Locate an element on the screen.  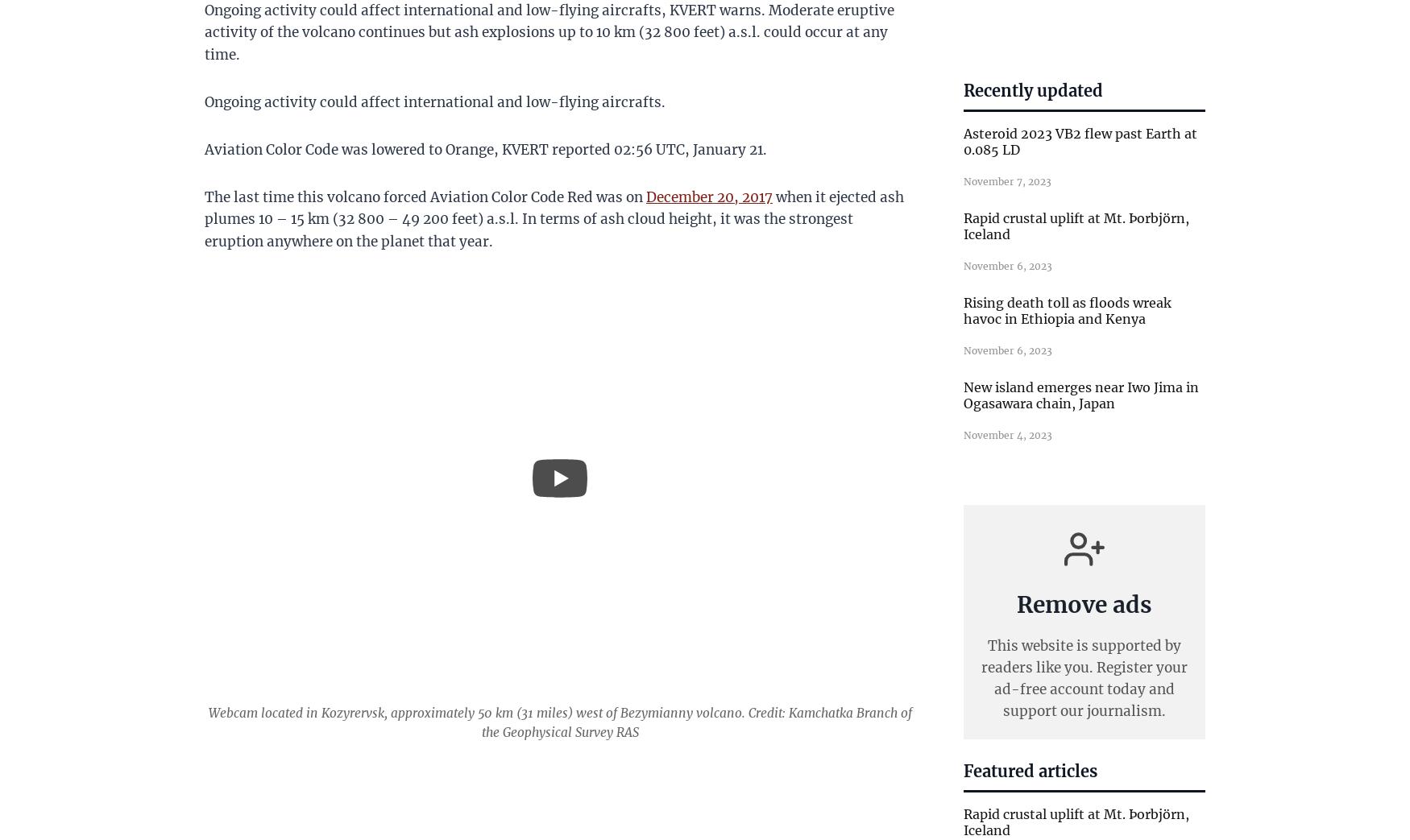
'Rising death toll as floods wreak havoc in Ethiopia and Kenya' is located at coordinates (1067, 309).